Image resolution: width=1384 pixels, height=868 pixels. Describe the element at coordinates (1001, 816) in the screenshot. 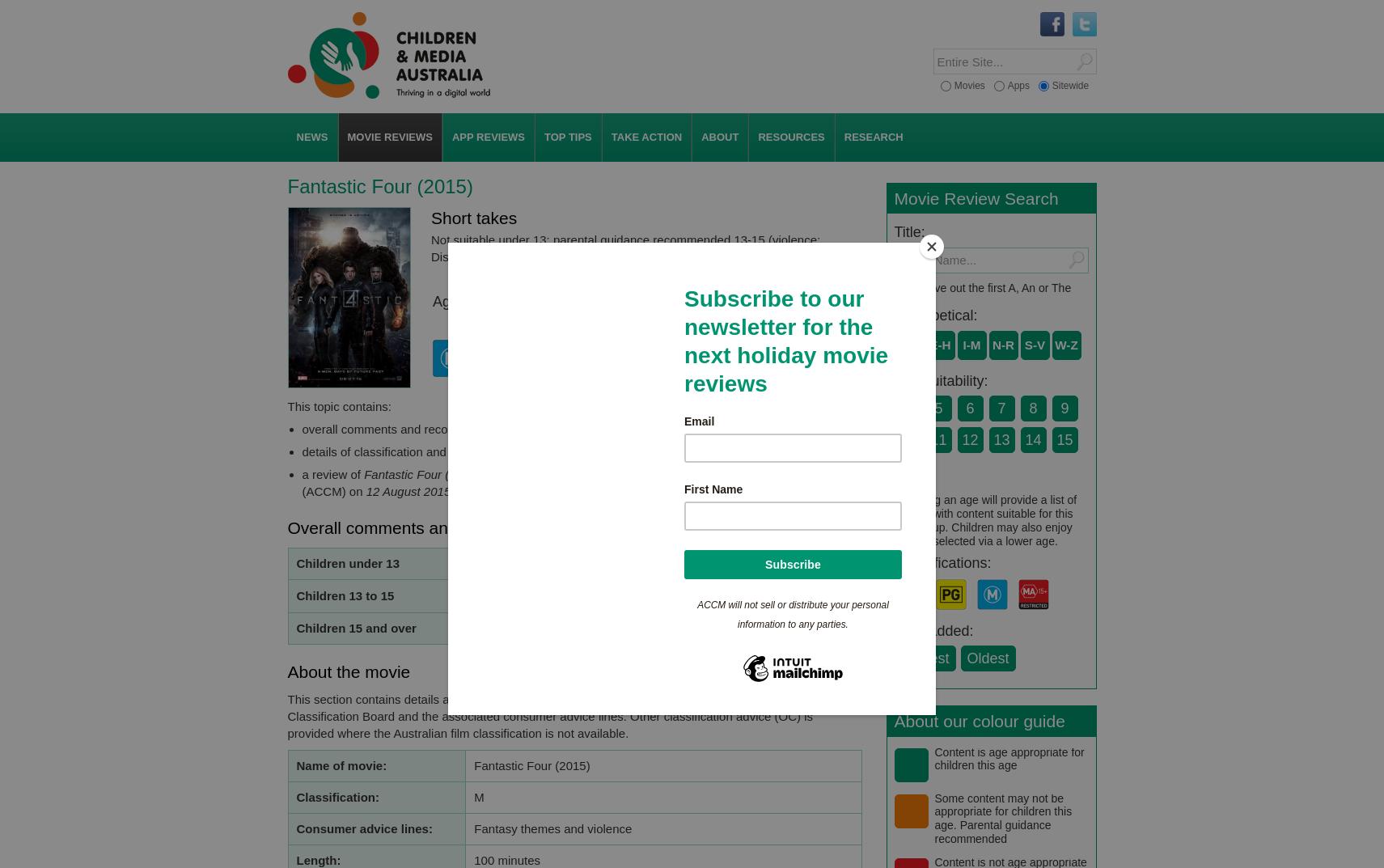

I see `'Some content may not be appropriate for children this age. Parental guidance recommended'` at that location.